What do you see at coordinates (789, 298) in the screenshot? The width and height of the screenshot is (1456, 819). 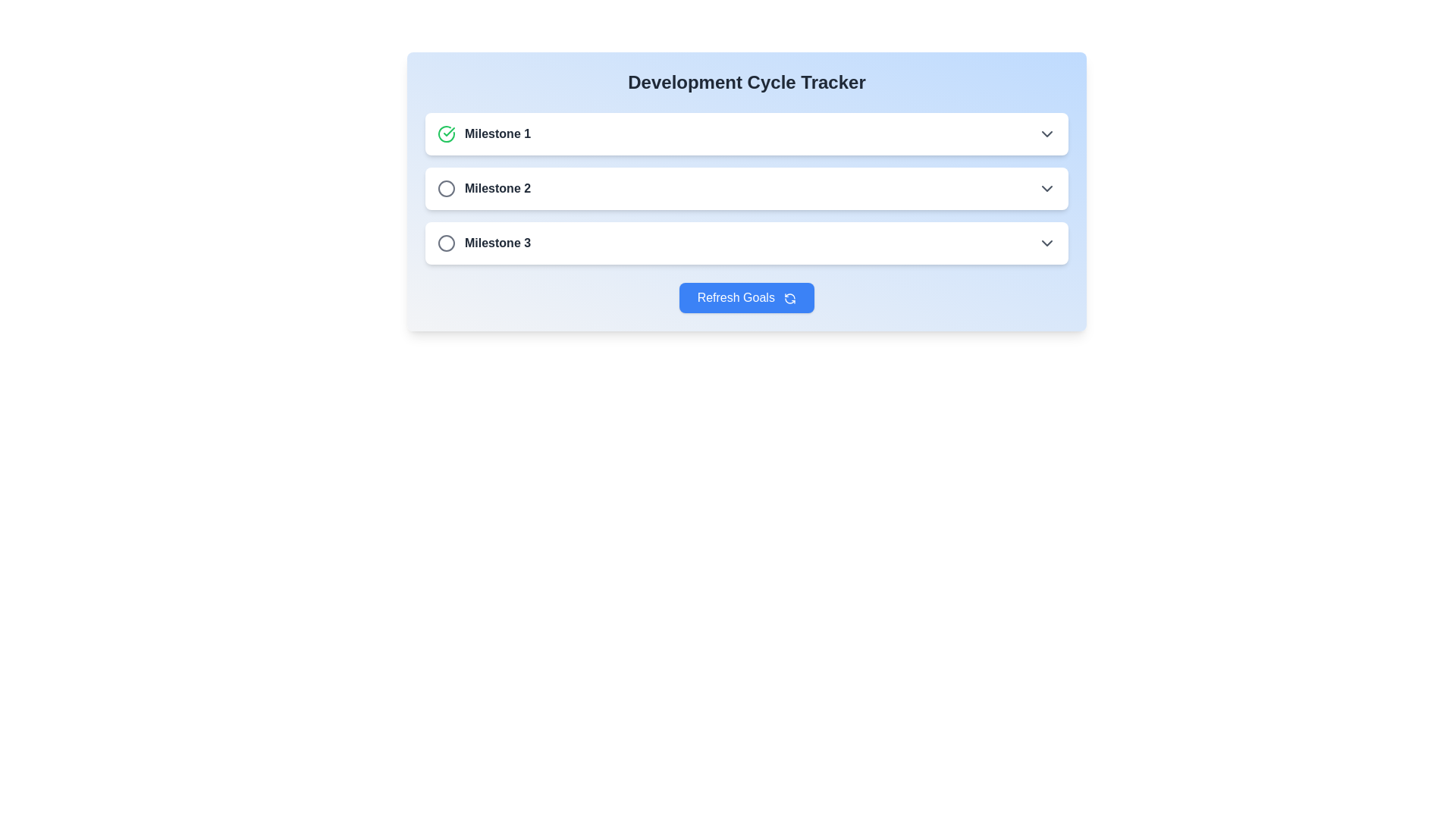 I see `the circular refresh icon located inside the 'Refresh Goals' button, which has a blue background and is positioned to the right of the label text` at bounding box center [789, 298].